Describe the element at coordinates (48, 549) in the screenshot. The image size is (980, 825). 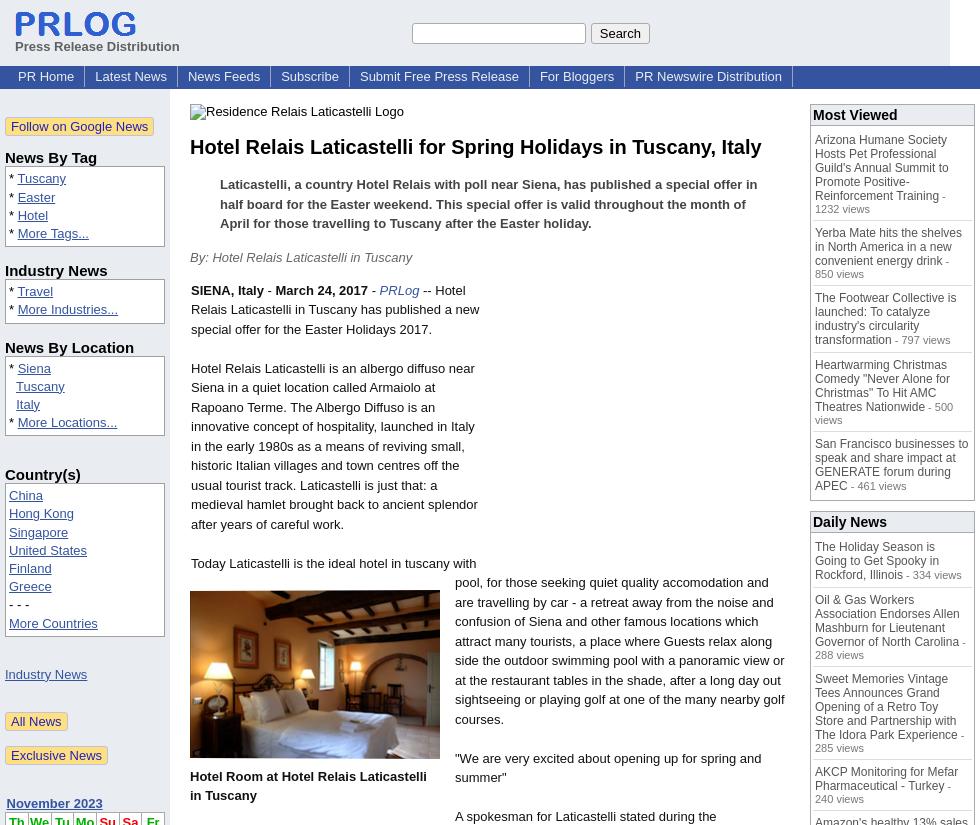
I see `'United States'` at that location.